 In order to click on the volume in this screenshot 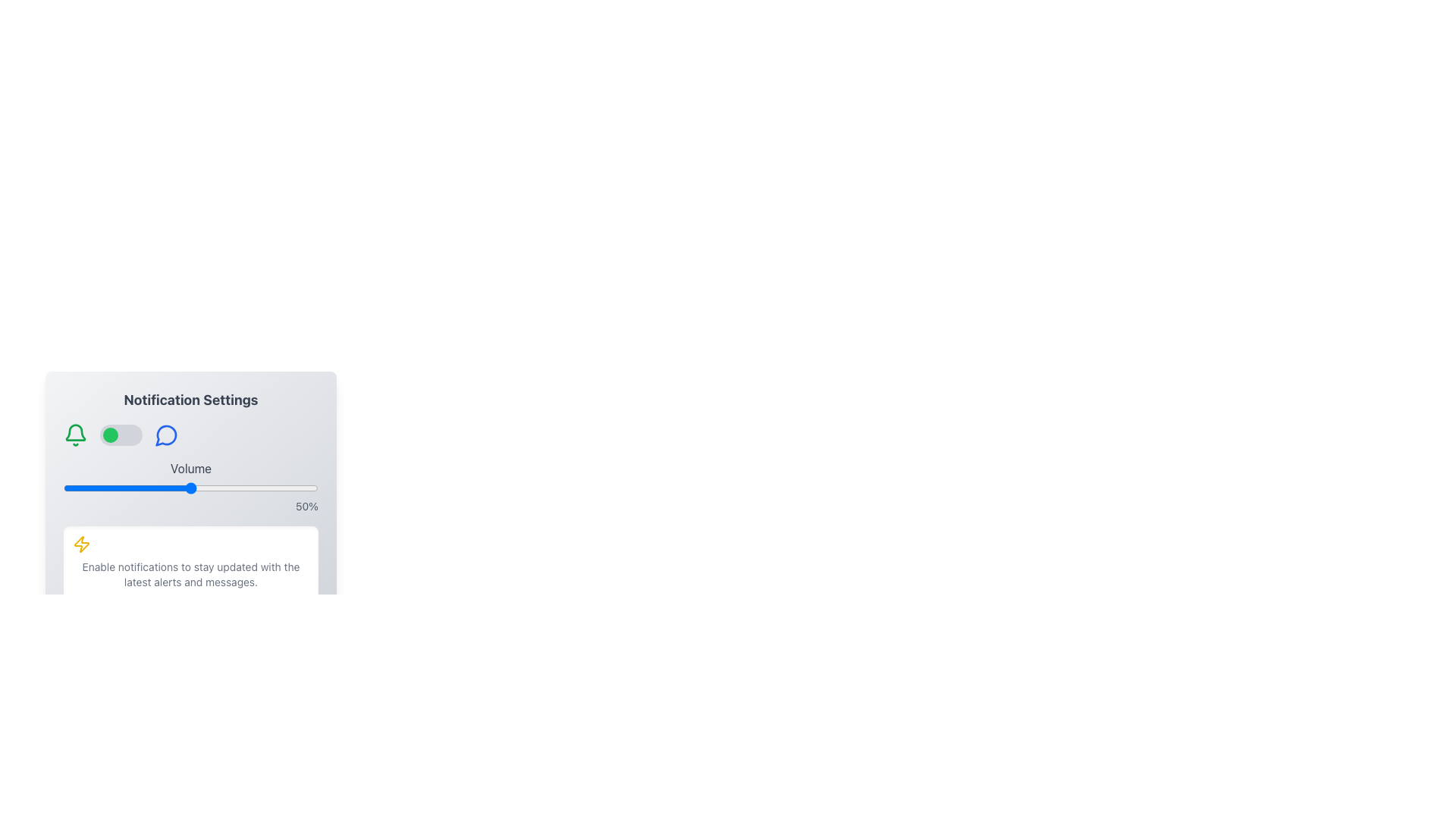, I will do `click(173, 488)`.